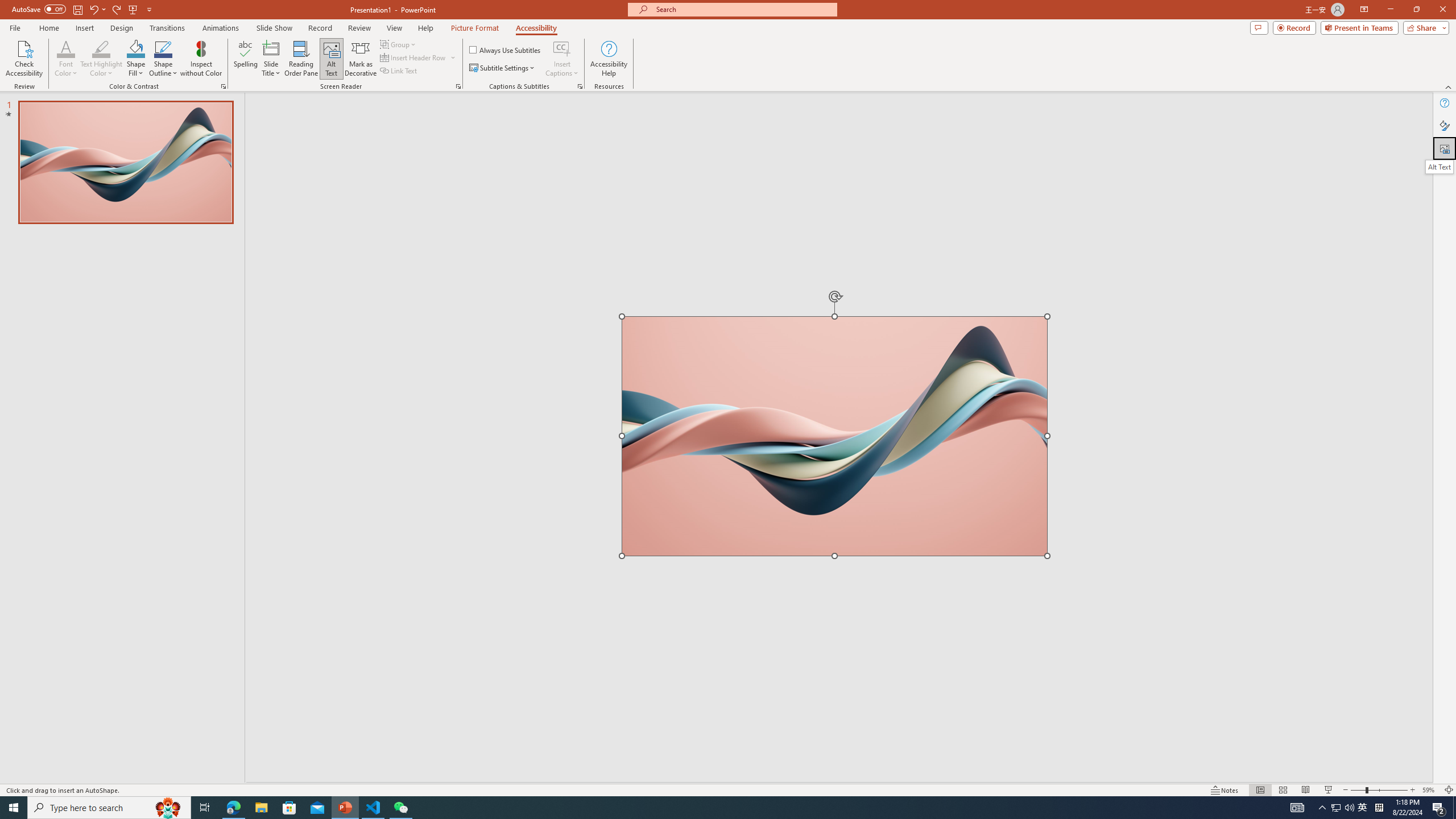 This screenshot has height=819, width=1456. What do you see at coordinates (222, 85) in the screenshot?
I see `'Color & Contrast'` at bounding box center [222, 85].